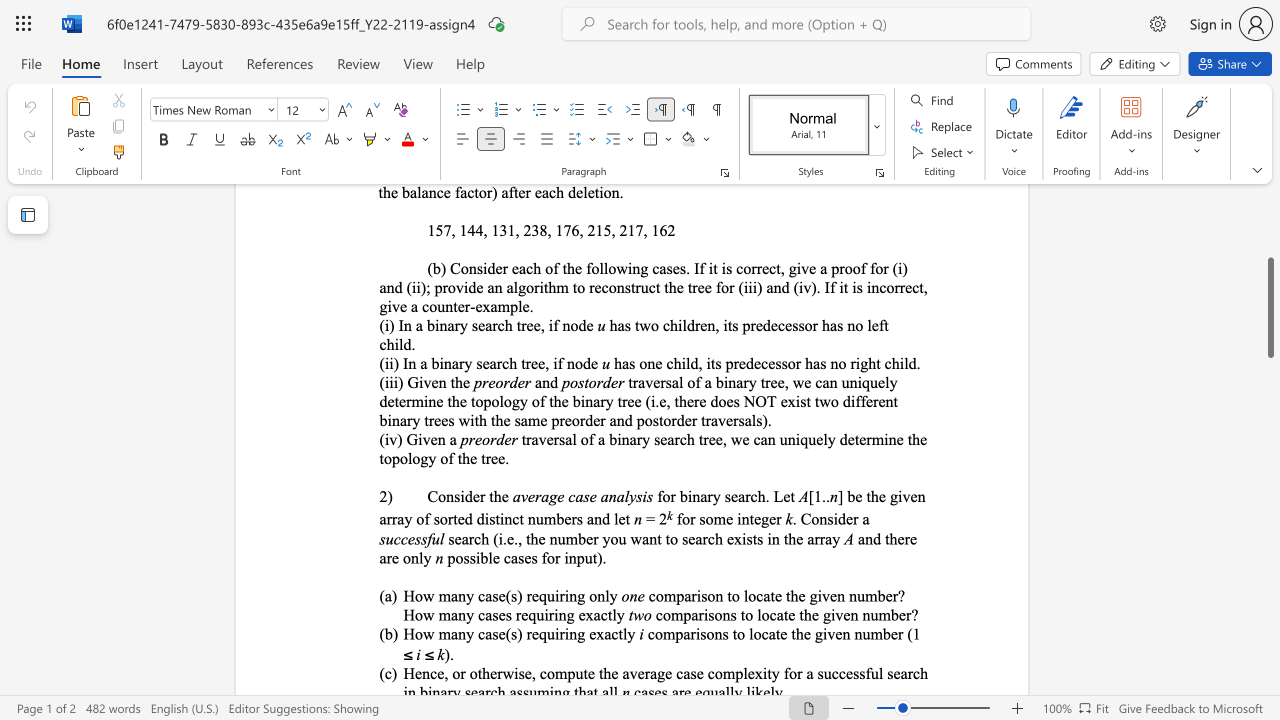 Image resolution: width=1280 pixels, height=720 pixels. Describe the element at coordinates (507, 538) in the screenshot. I see `the subset text "e." within the text "search (i.e., the number you want to search exists in the array"` at that location.